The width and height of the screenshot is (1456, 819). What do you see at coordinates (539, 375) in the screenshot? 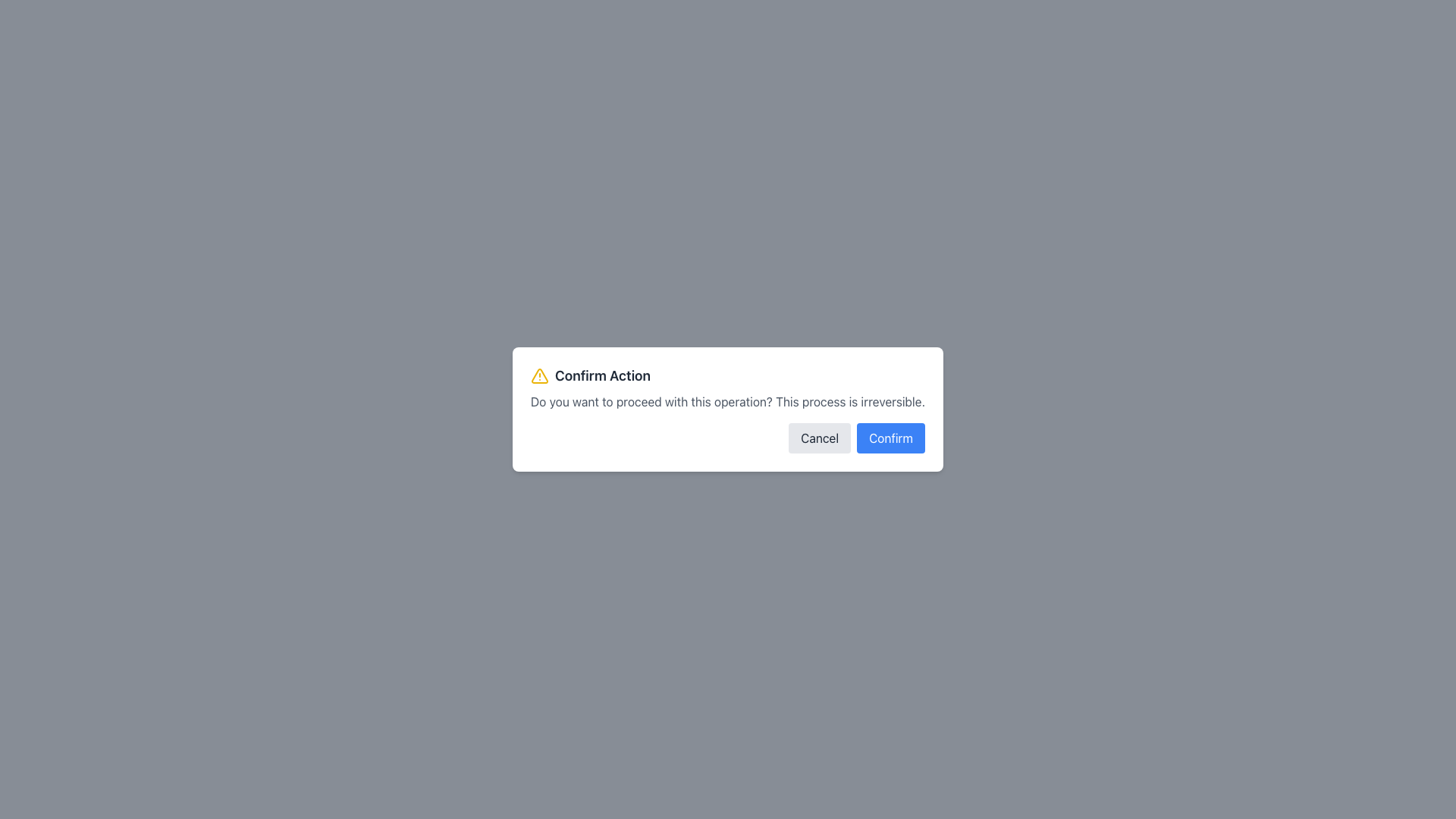
I see `the warning icon located to the left of the title text 'Confirm Action' in the modal dialog box` at bounding box center [539, 375].